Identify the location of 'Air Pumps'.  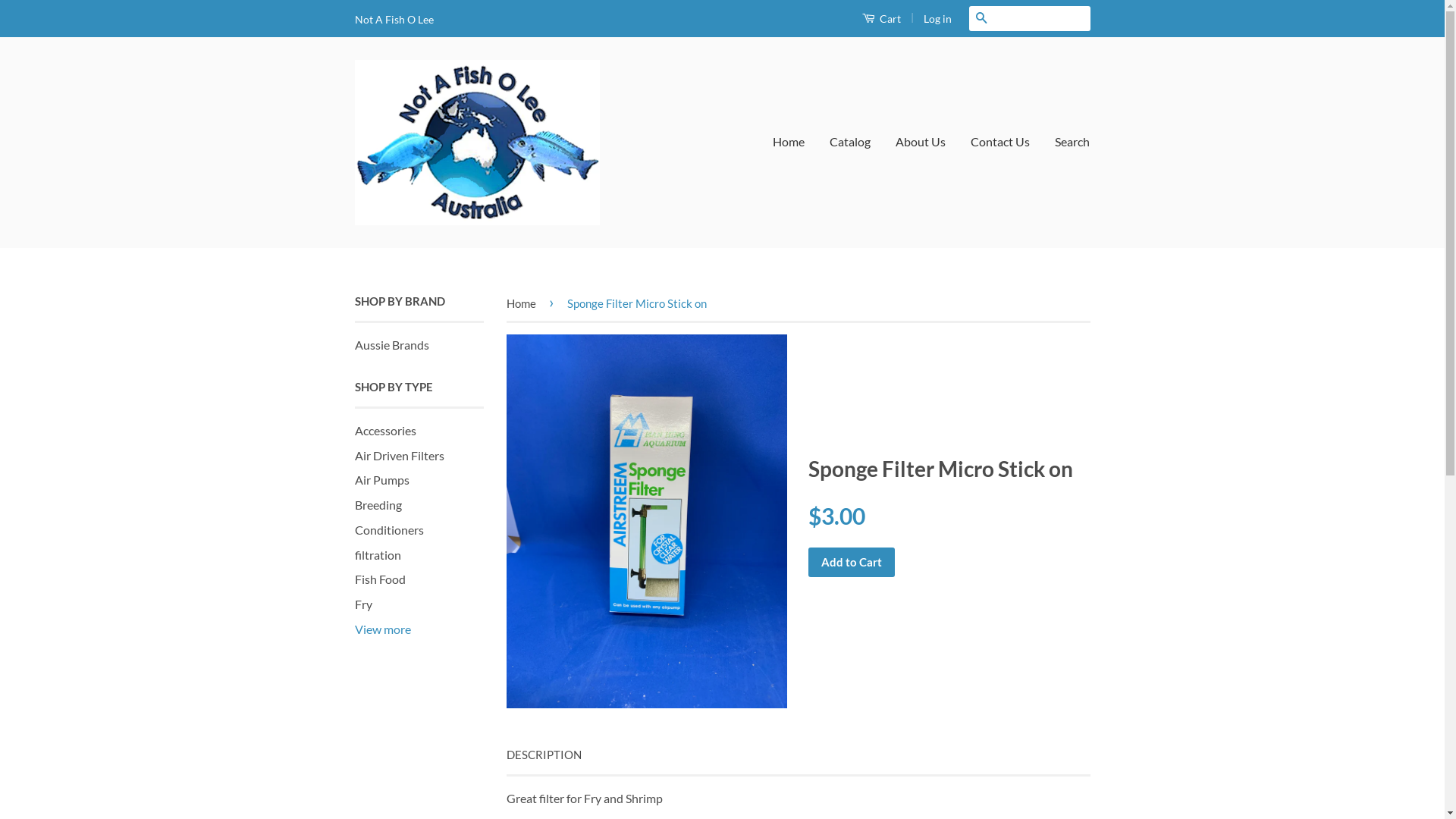
(382, 479).